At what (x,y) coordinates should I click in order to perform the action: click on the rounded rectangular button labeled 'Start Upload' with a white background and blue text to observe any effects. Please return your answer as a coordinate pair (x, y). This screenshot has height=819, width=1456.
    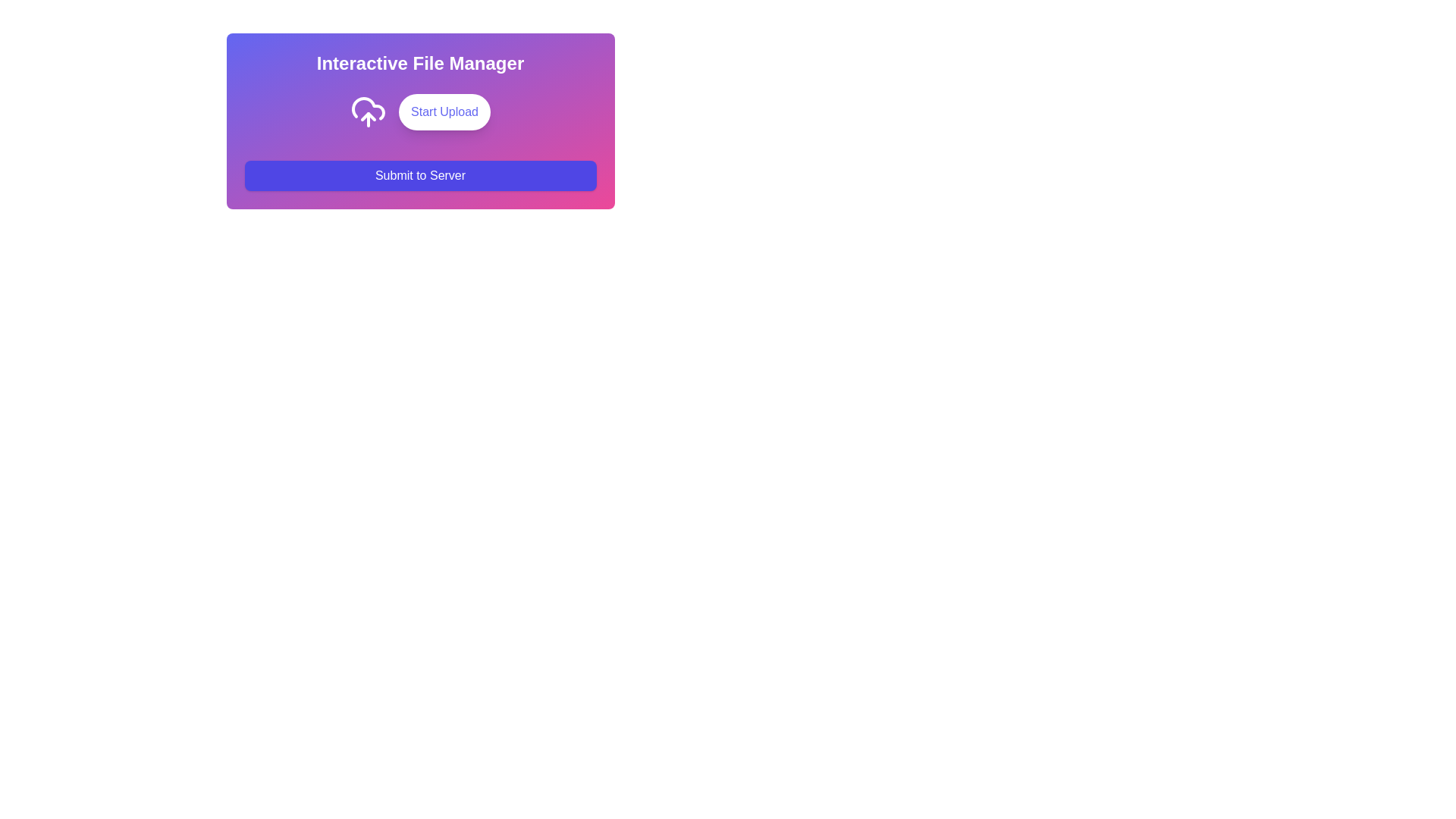
    Looking at the image, I should click on (420, 111).